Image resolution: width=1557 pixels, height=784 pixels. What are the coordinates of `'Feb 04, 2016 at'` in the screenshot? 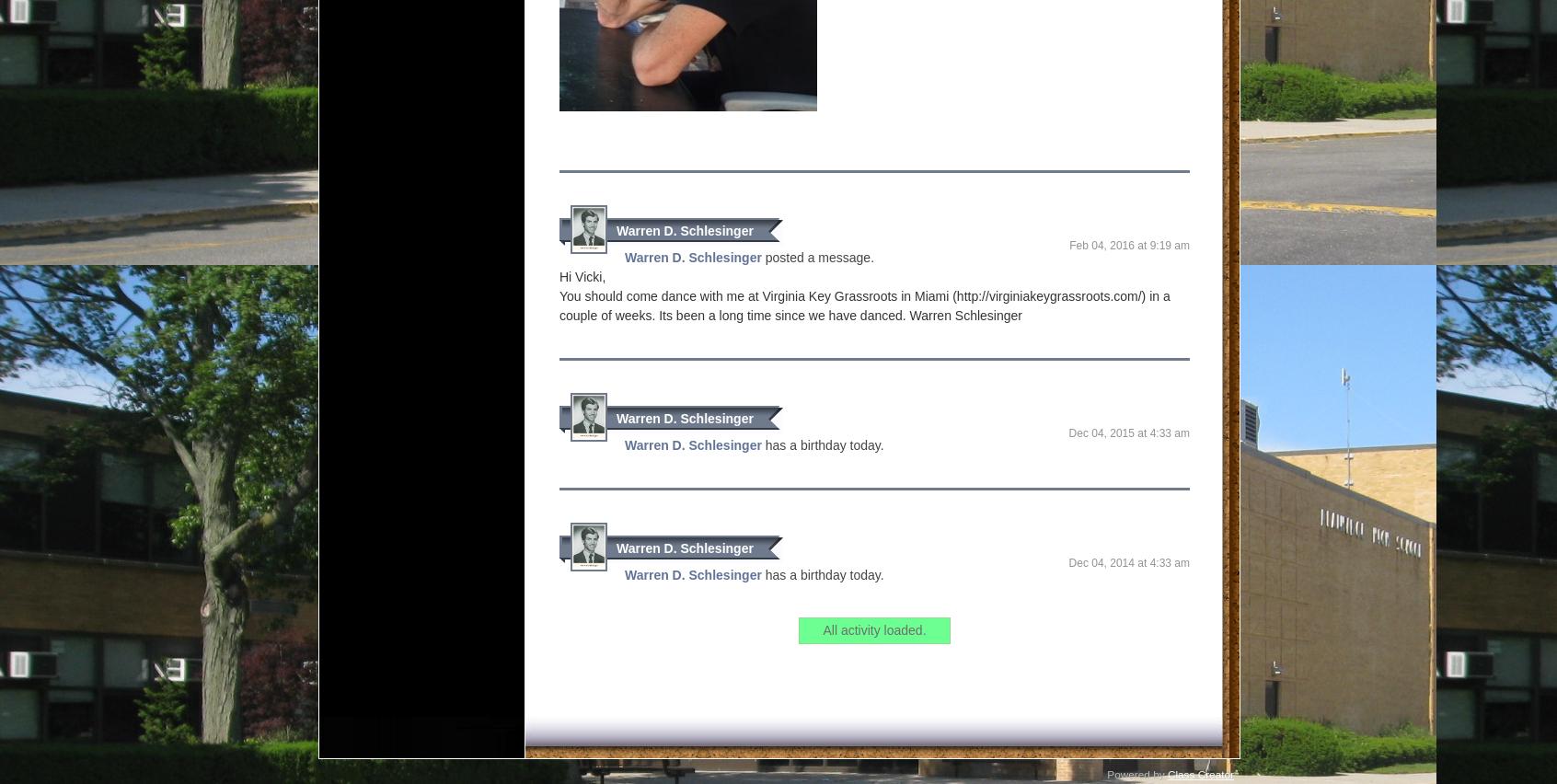 It's located at (1109, 244).